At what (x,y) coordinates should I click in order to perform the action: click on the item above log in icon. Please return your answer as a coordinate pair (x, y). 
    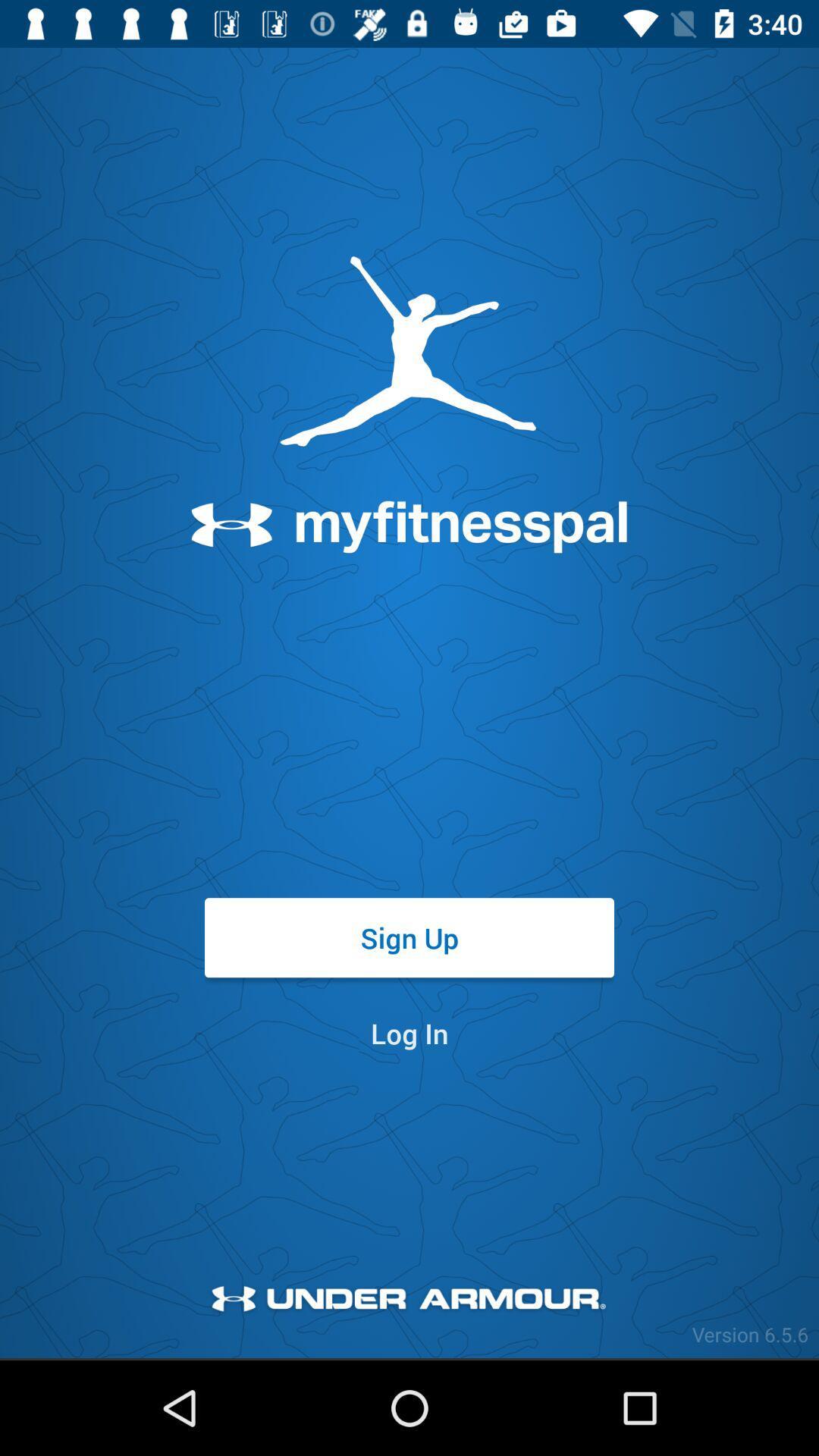
    Looking at the image, I should click on (409, 937).